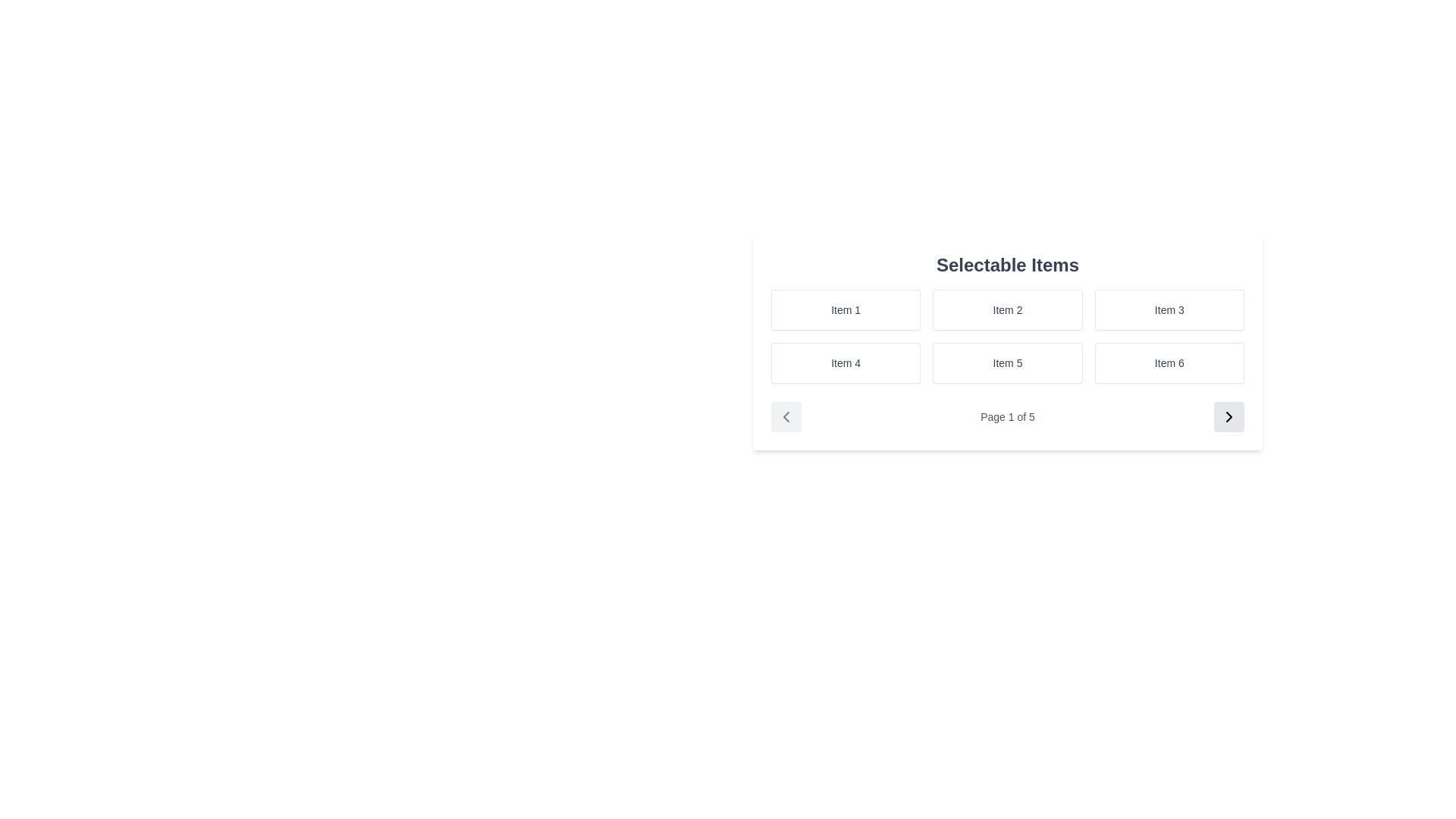 The image size is (1456, 819). What do you see at coordinates (1229, 417) in the screenshot?
I see `the Chevron right icon located in the bottom-right portion of the interface` at bounding box center [1229, 417].